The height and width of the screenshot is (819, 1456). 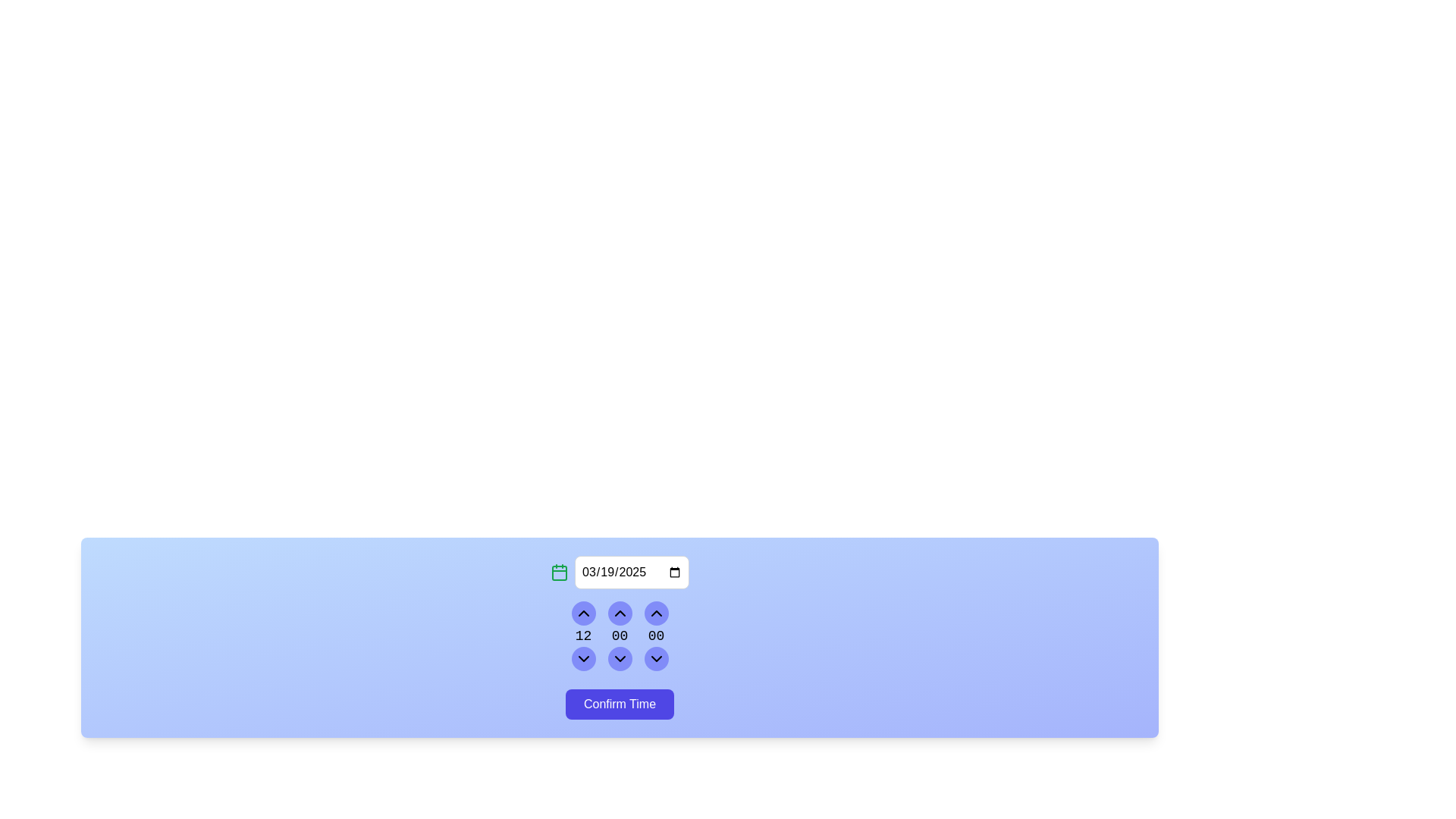 I want to click on the calendar icon located on the top-left of the date input field, which serves as an interactive element for date selection, so click(x=559, y=573).